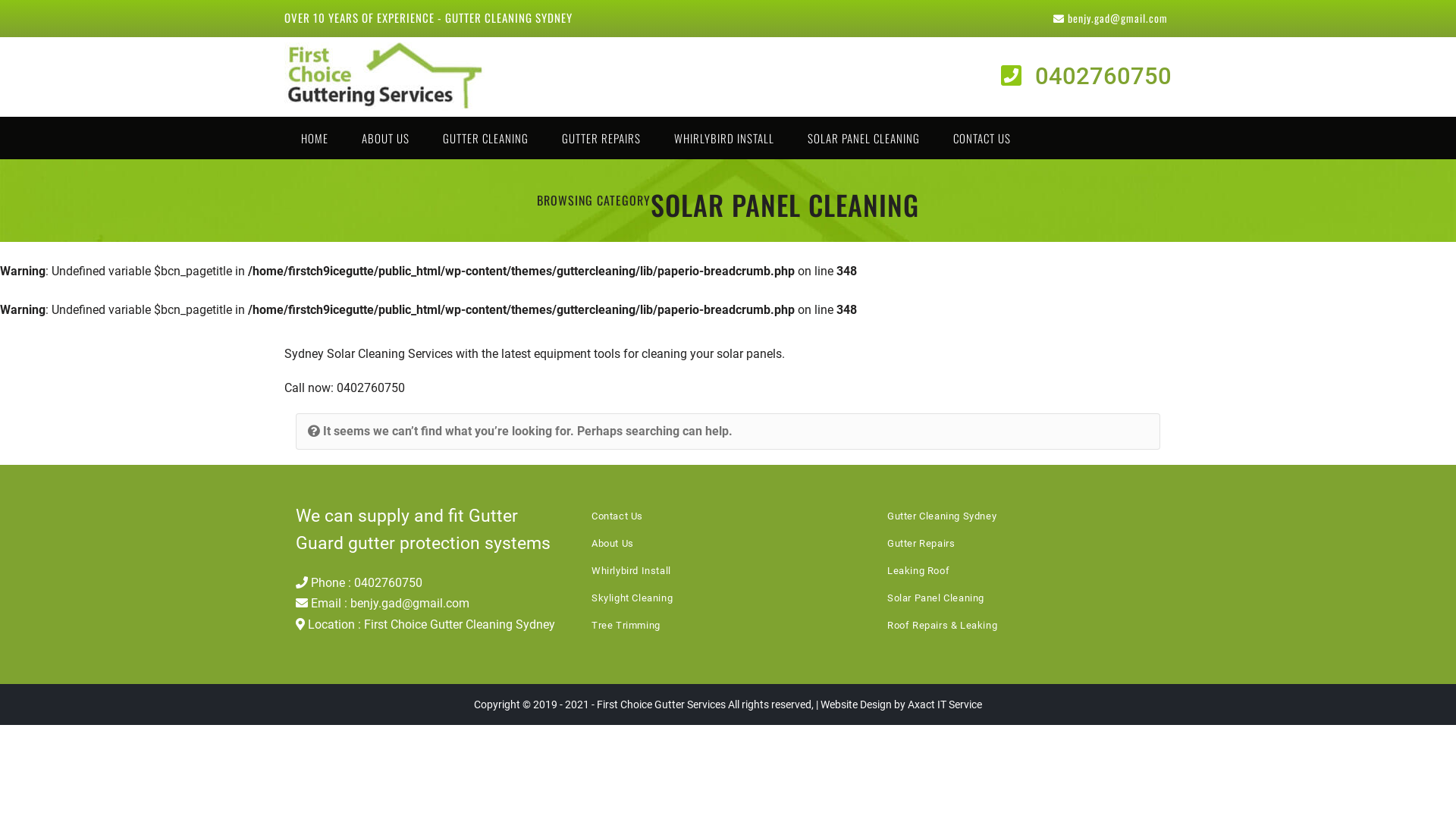  Describe the element at coordinates (313, 137) in the screenshot. I see `'HOME'` at that location.